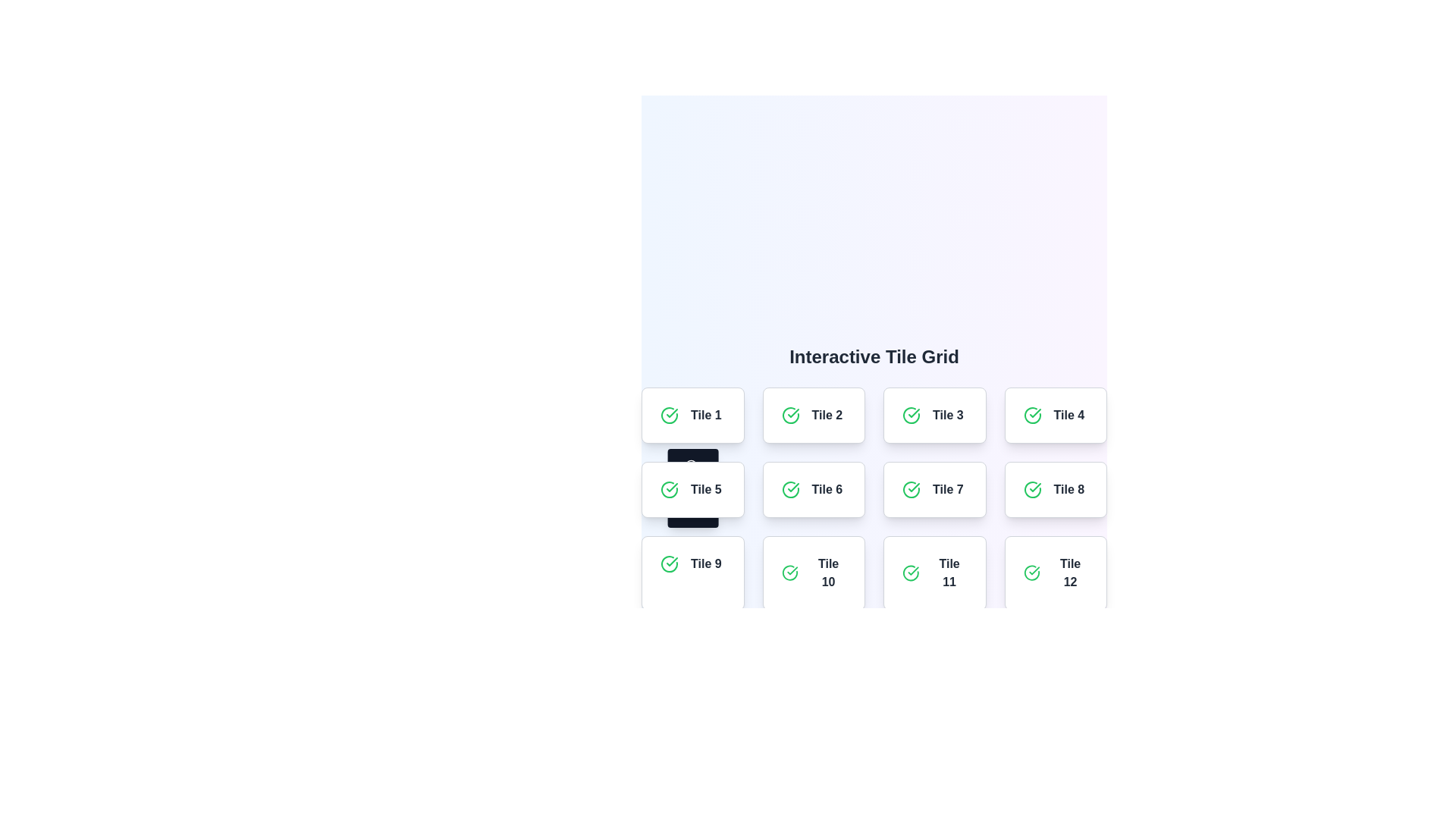 This screenshot has width=1456, height=819. What do you see at coordinates (947, 489) in the screenshot?
I see `the 'Tile 7' text element, which is styled in bold dark gray and located in the second row, third column of a grid layout` at bounding box center [947, 489].